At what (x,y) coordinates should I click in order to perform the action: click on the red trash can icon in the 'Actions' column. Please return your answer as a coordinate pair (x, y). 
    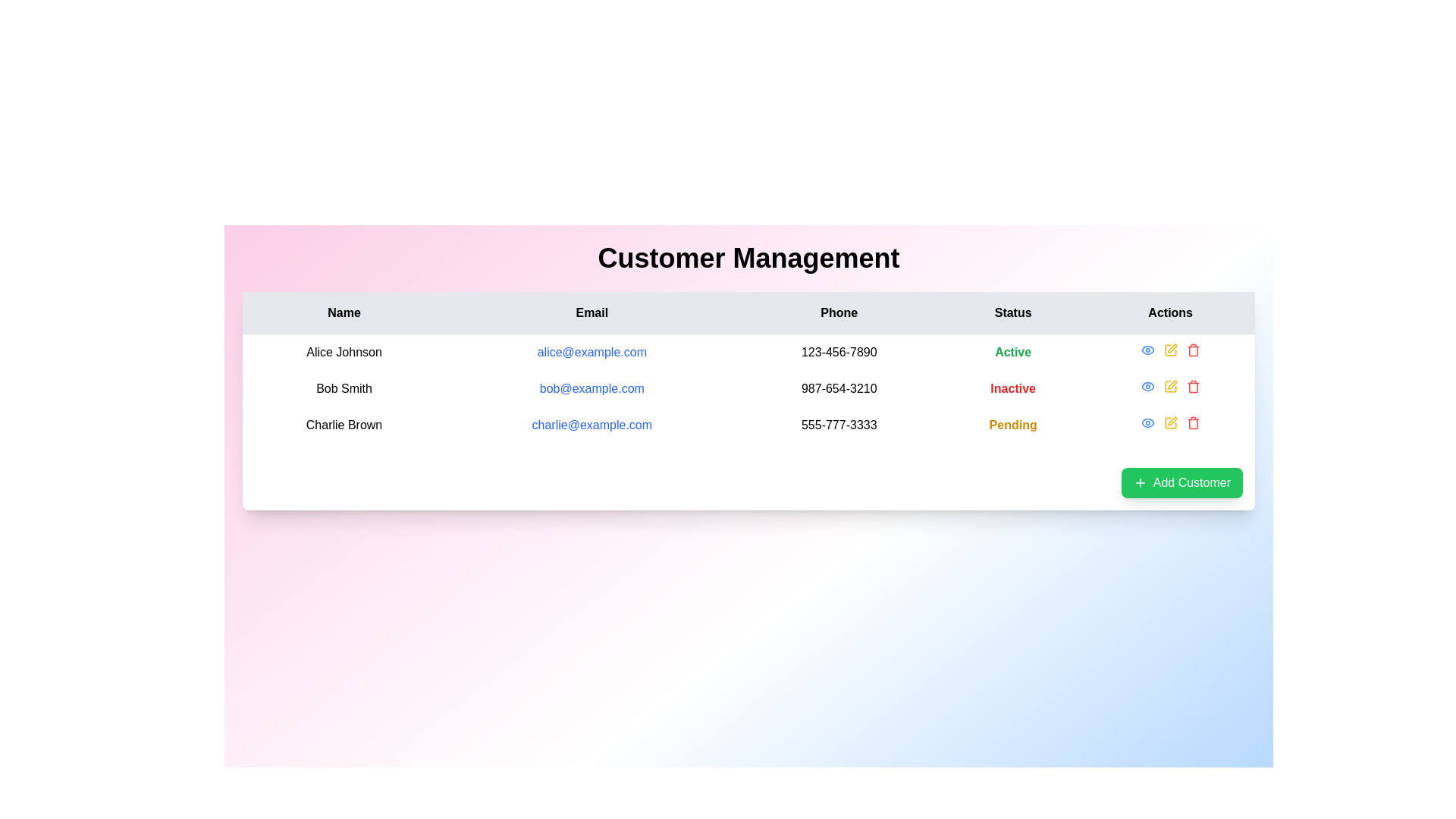
    Looking at the image, I should click on (1192, 385).